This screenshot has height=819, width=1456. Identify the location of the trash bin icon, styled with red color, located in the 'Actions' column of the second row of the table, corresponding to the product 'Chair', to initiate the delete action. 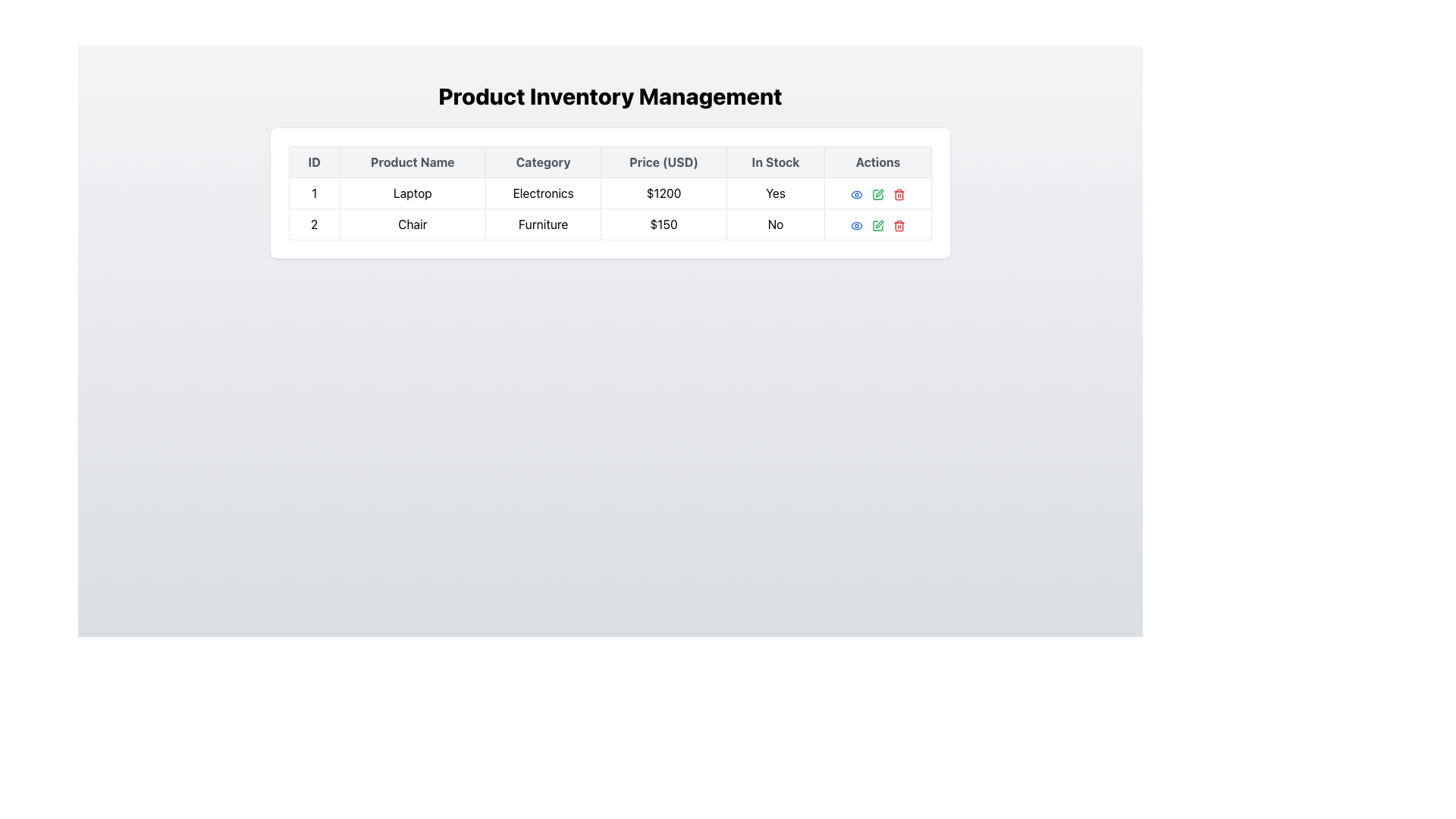
(899, 225).